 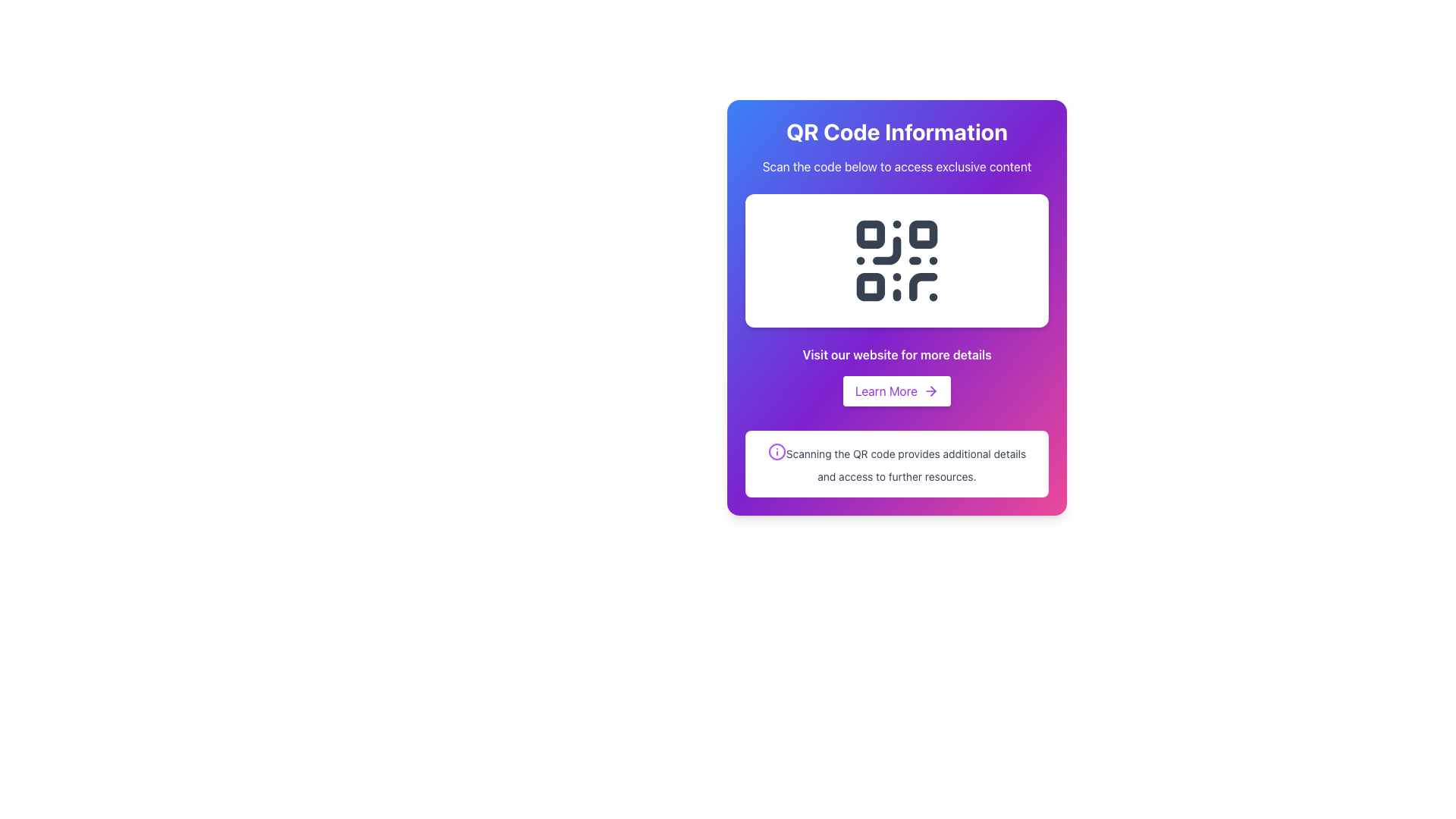 I want to click on the decorative graphical circle that is part of the information icon located to the left of the text 'Scanning the QR code...' in the bottom segment of the QR code information panel, so click(x=777, y=451).